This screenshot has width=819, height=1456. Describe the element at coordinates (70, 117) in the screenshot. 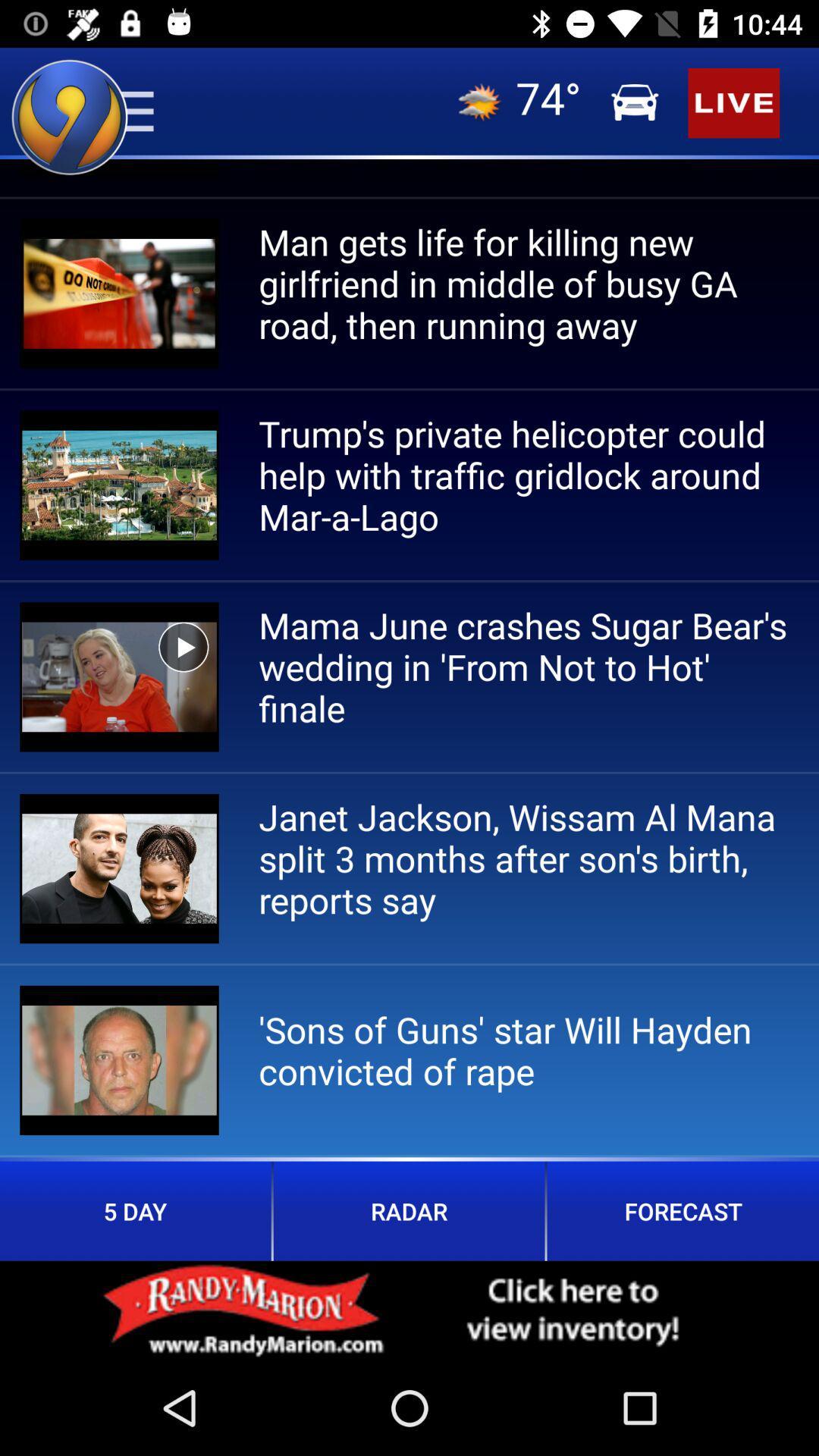

I see `the location icon` at that location.